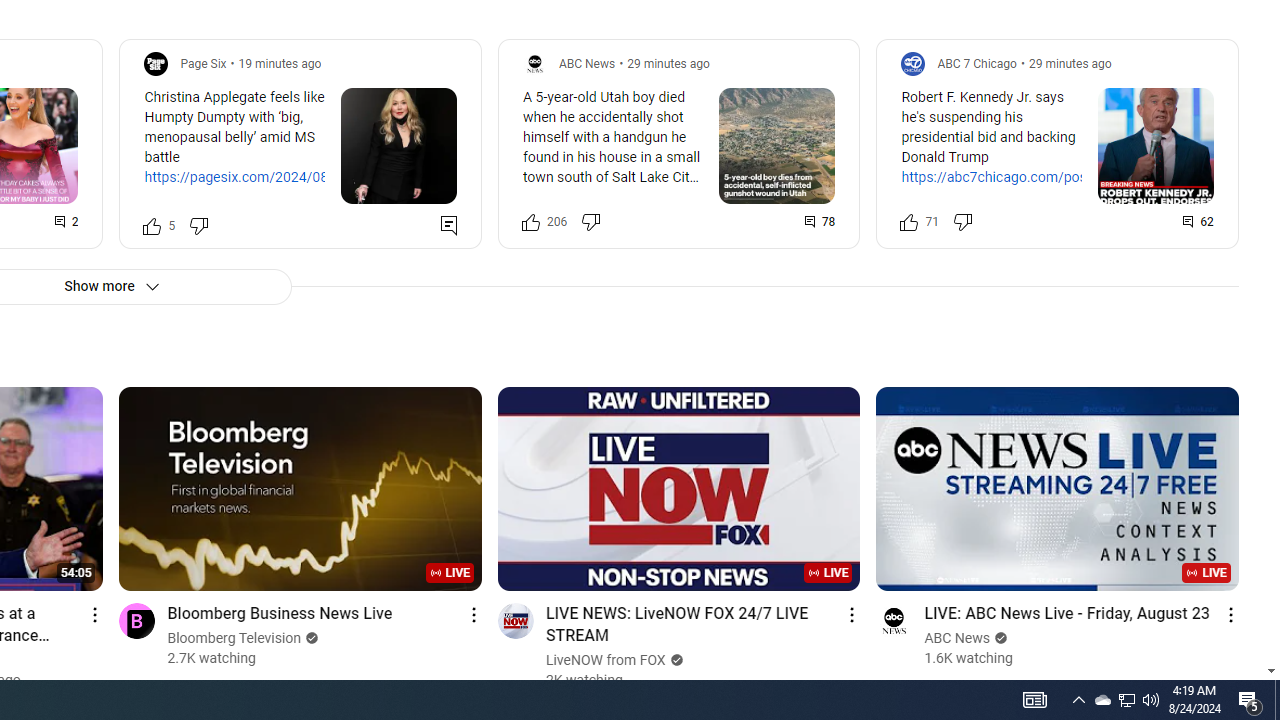 The width and height of the screenshot is (1280, 720). Describe the element at coordinates (957, 638) in the screenshot. I see `'ABC News'` at that location.